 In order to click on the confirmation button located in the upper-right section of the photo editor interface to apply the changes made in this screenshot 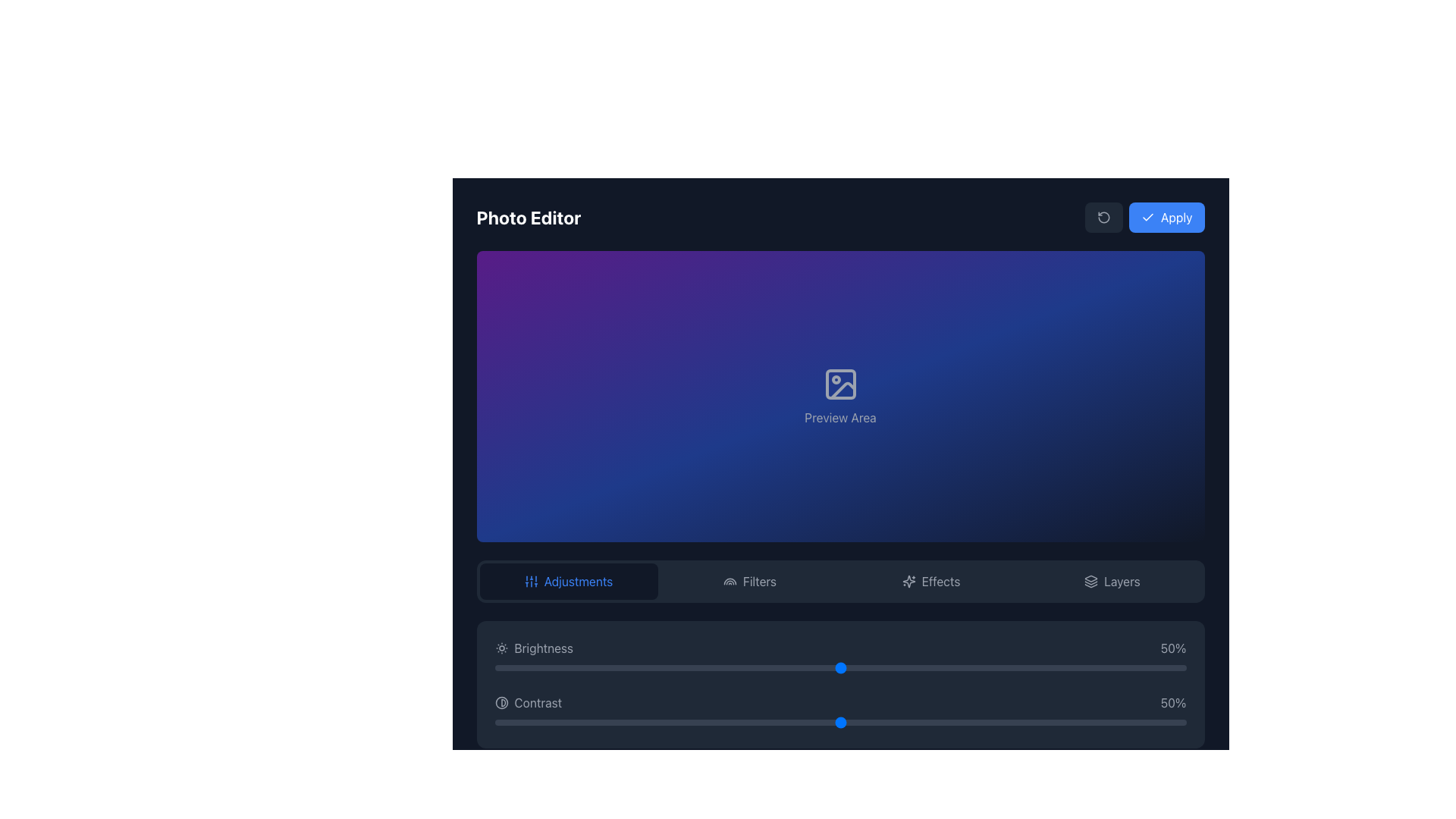, I will do `click(1144, 217)`.